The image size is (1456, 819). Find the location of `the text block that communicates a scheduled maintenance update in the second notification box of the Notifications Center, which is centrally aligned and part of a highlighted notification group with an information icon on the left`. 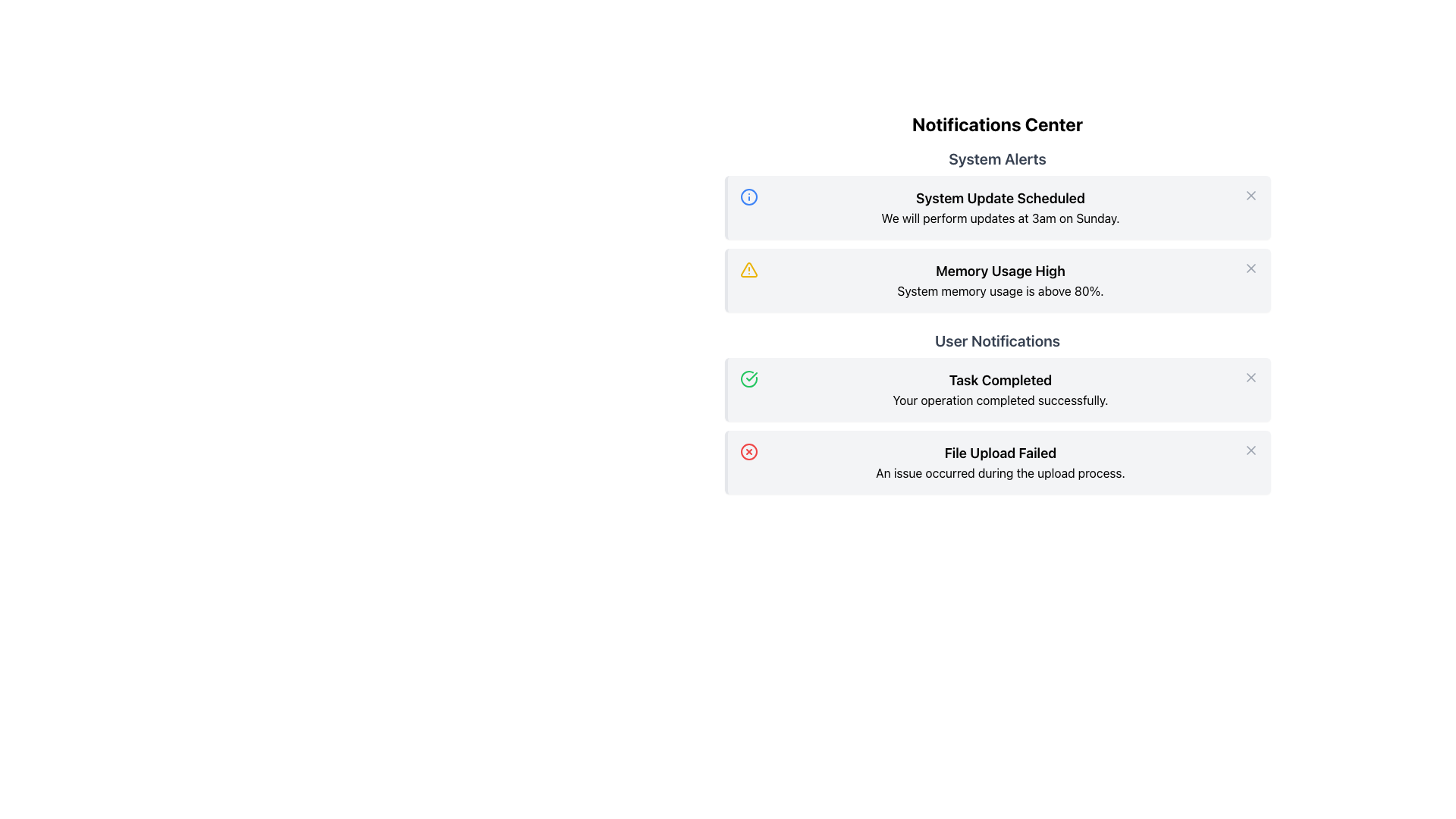

the text block that communicates a scheduled maintenance update in the second notification box of the Notifications Center, which is centrally aligned and part of a highlighted notification group with an information icon on the left is located at coordinates (1000, 207).